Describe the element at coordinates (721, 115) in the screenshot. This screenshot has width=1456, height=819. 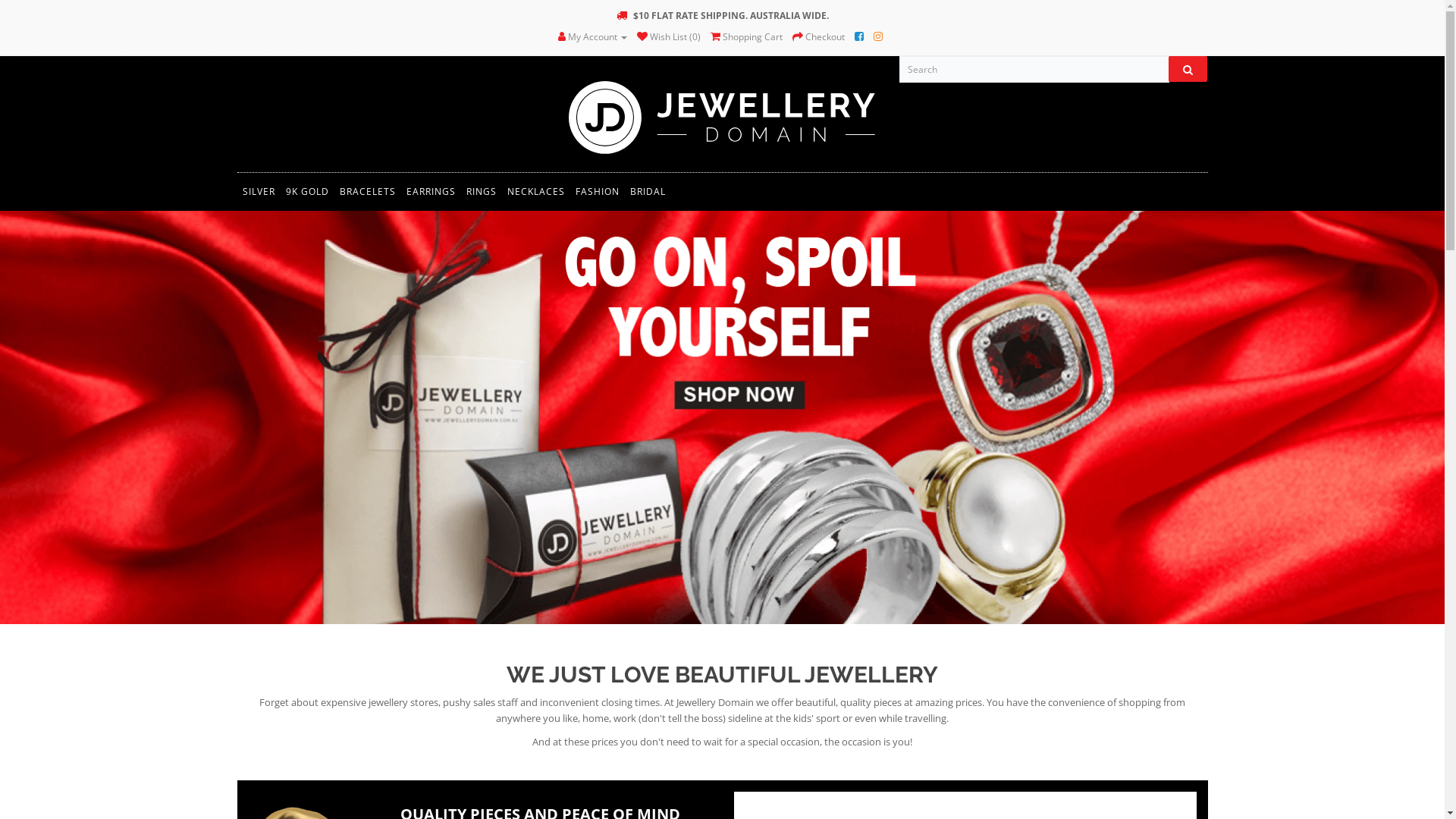
I see `'Jewellery Domain'` at that location.